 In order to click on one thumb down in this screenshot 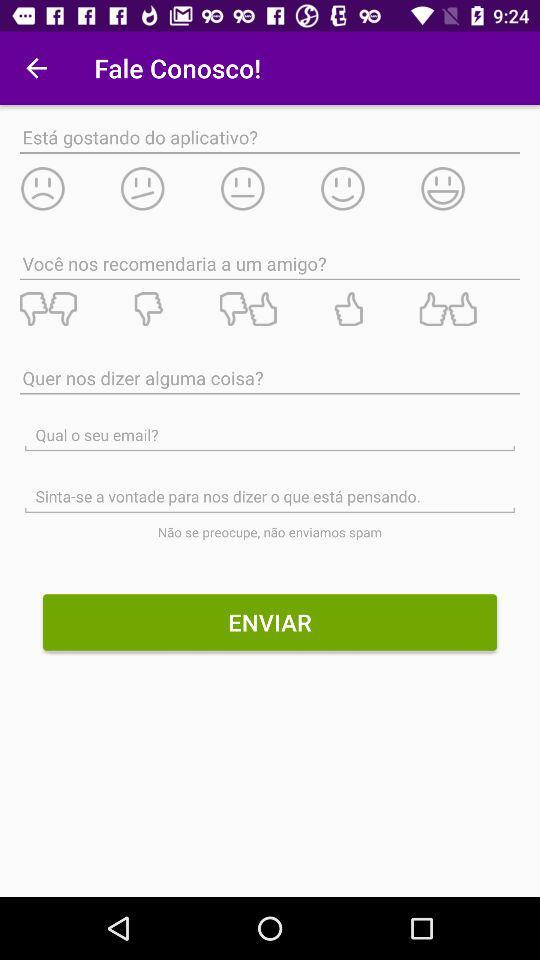, I will do `click(168, 309)`.